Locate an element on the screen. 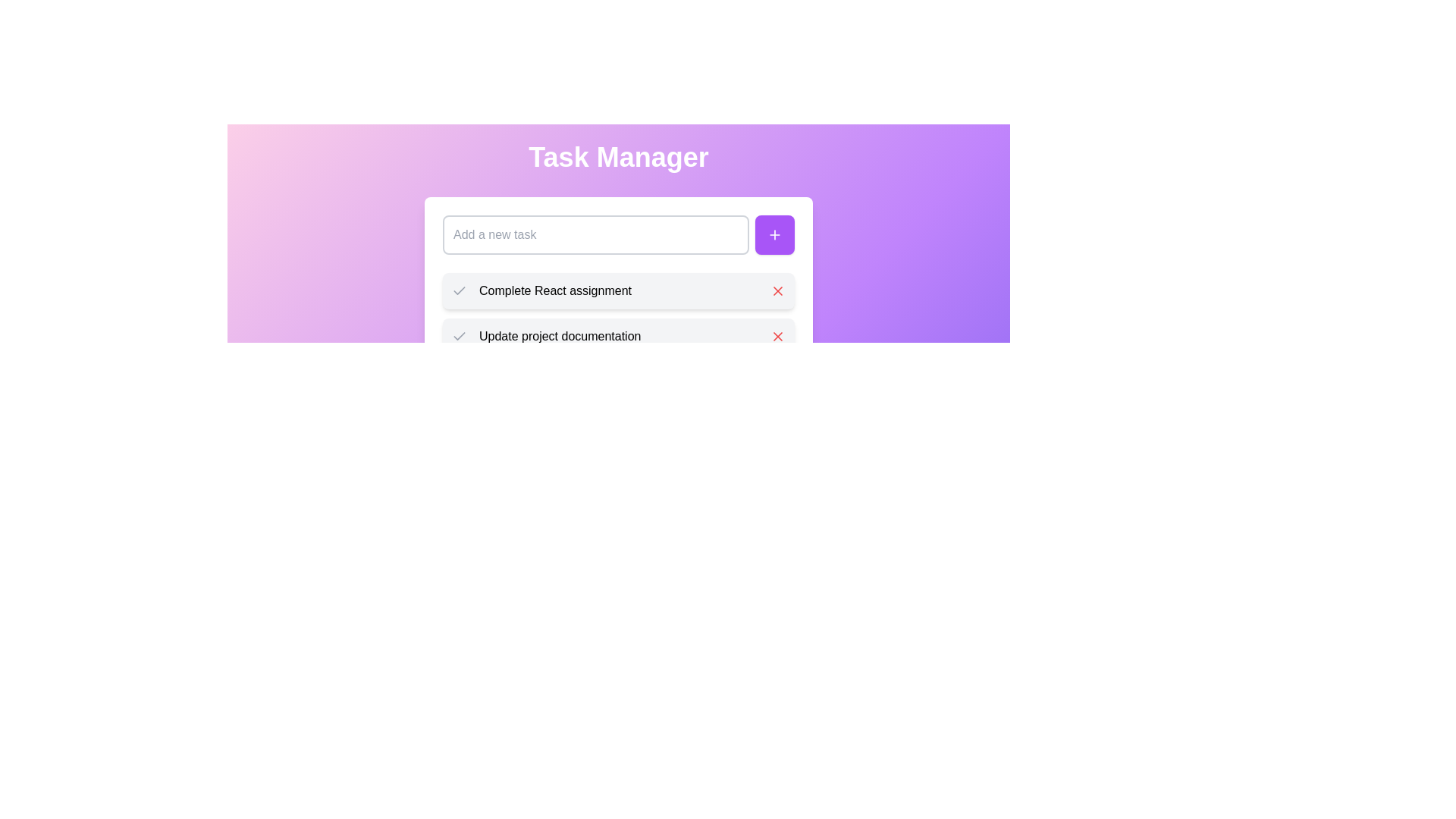 This screenshot has height=819, width=1456. the text on the task card that has a light gray background and contains the text 'Complete React assignment', which is the first item in the task list of the 'Task Manager' is located at coordinates (619, 291).